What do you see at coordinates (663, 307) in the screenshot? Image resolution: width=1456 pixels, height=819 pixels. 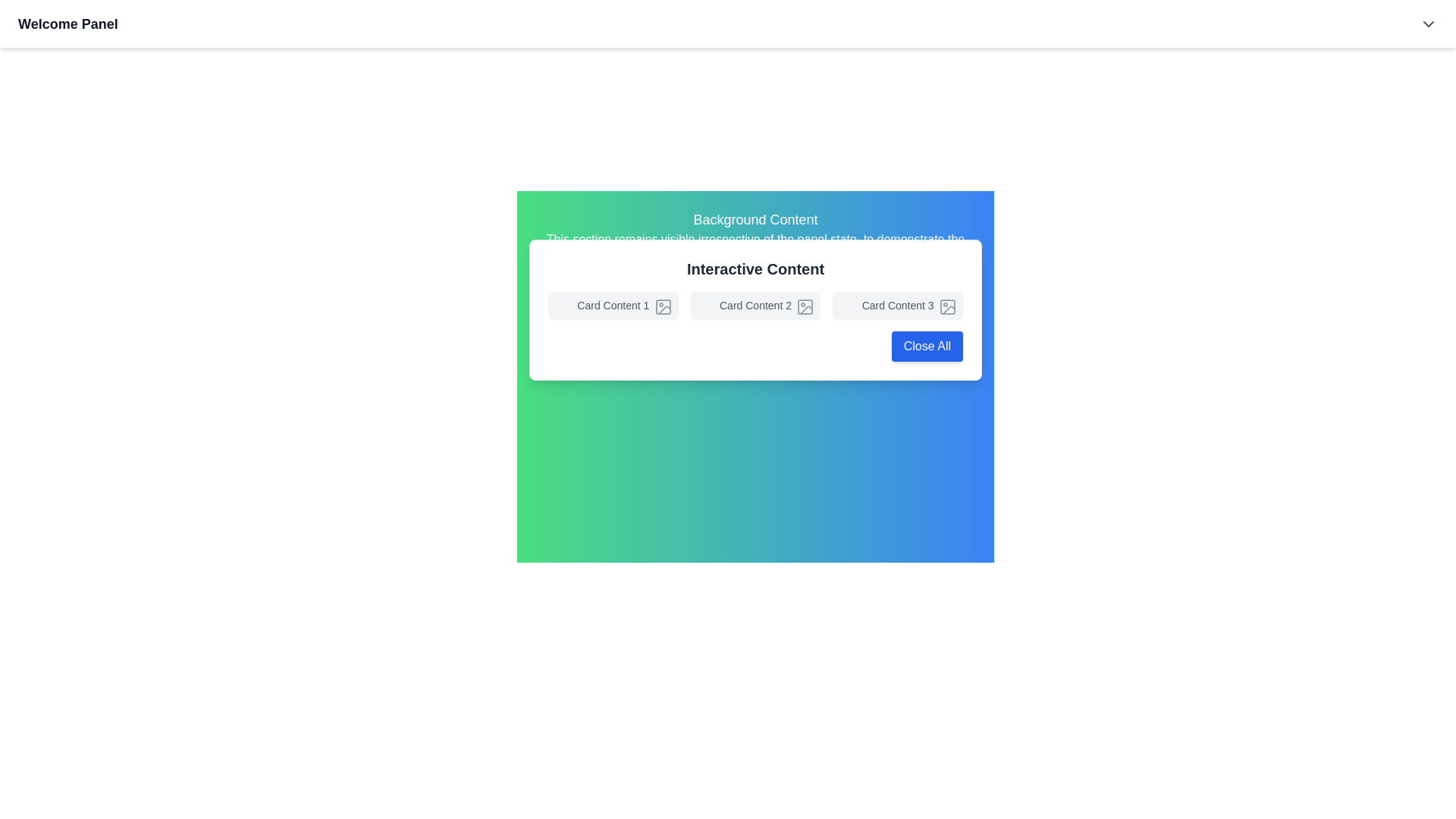 I see `the icon resembling an image representation, which features a bordered square with an inner circle and line art indicative of a photo, located at the upper right corner of 'Card Content 1'` at bounding box center [663, 307].